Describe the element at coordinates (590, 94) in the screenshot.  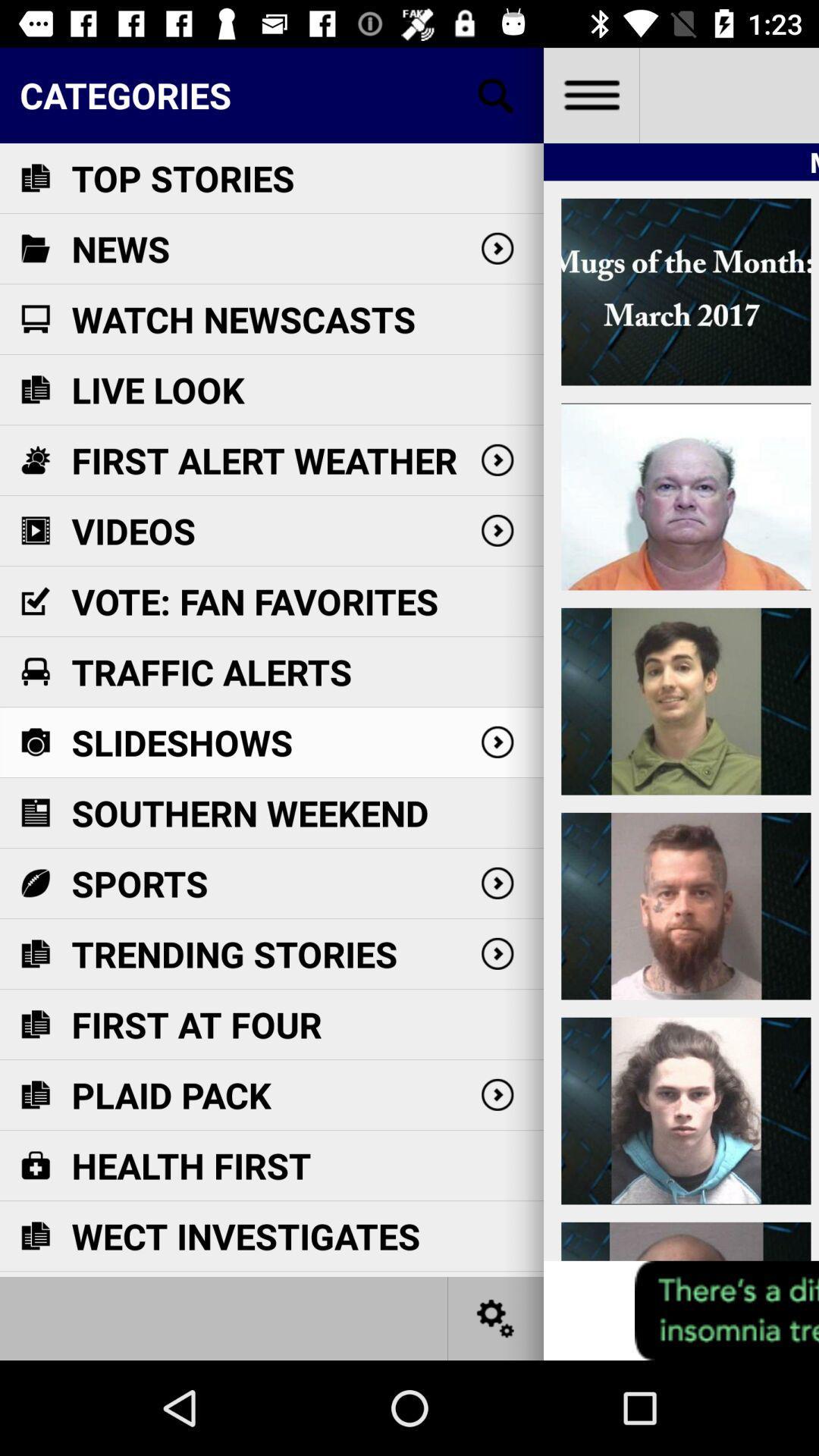
I see `the menu icon` at that location.